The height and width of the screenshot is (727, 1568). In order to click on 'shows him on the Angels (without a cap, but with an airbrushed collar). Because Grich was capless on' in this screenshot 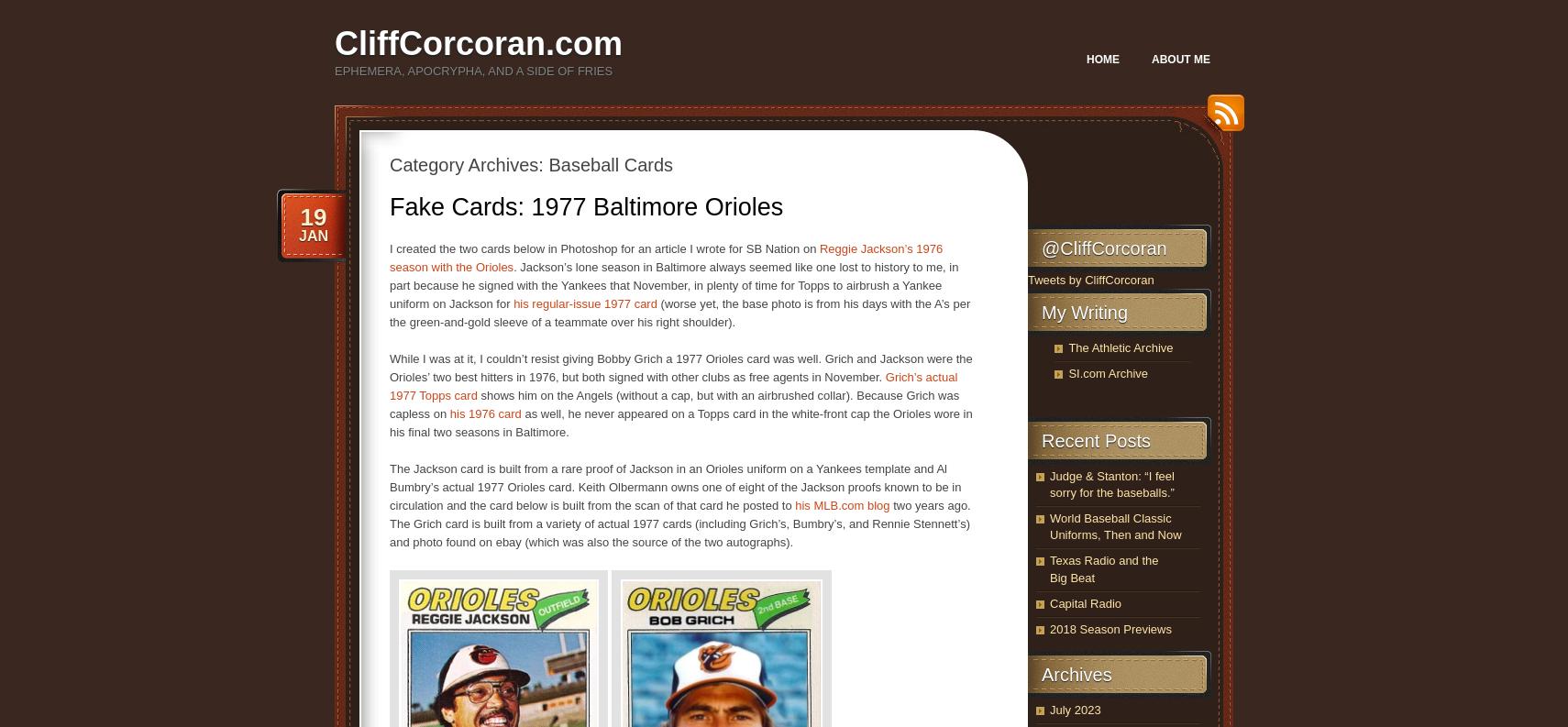, I will do `click(674, 403)`.